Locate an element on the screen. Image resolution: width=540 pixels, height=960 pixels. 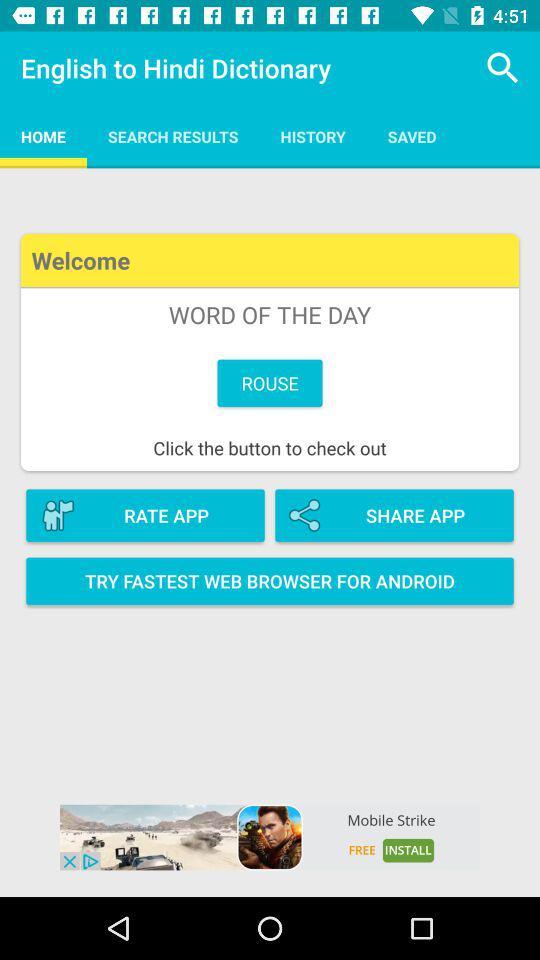
open advertisement for game mobile strike is located at coordinates (270, 837).